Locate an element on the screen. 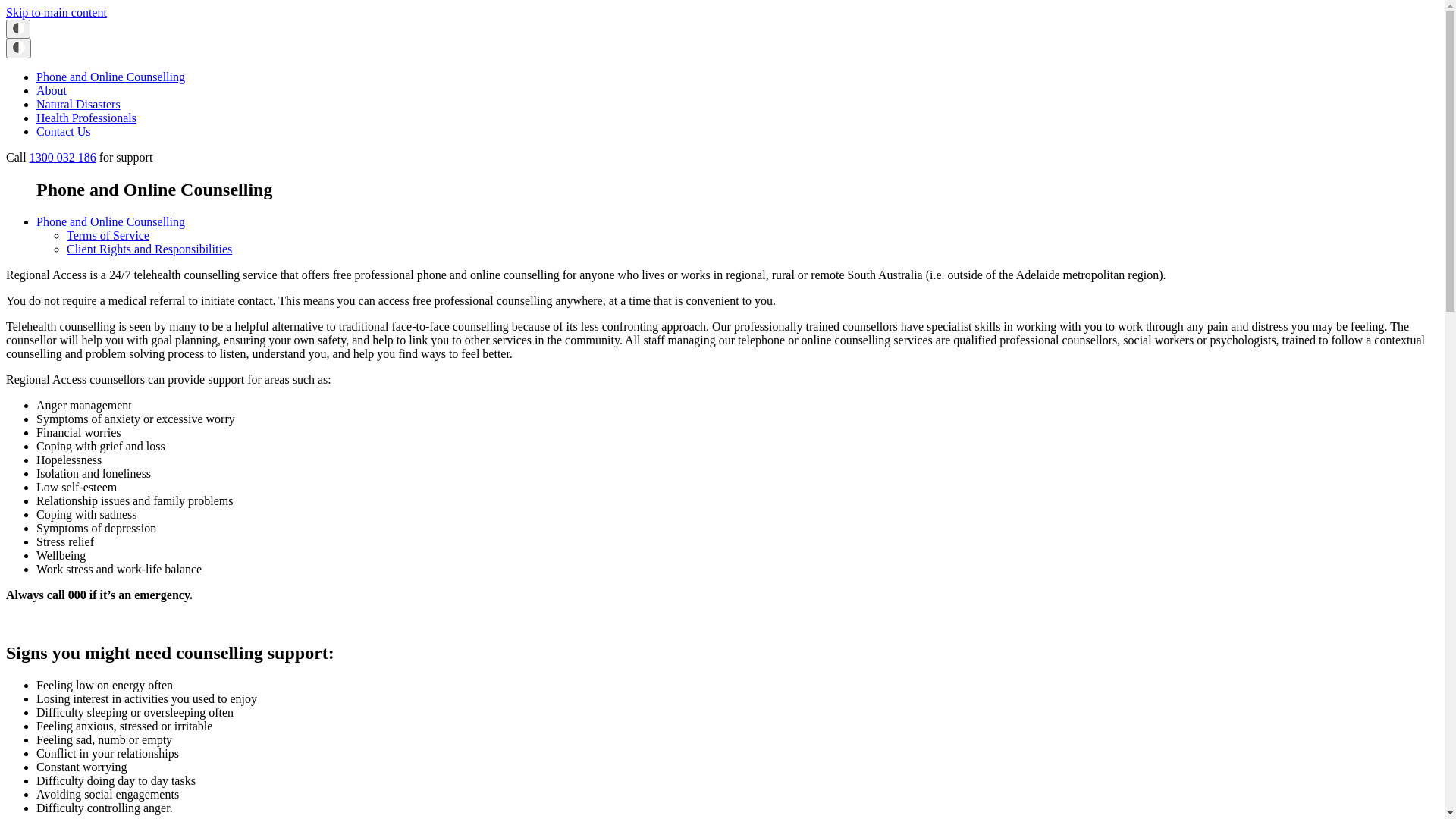  'Phone and Online Counselling' is located at coordinates (109, 77).